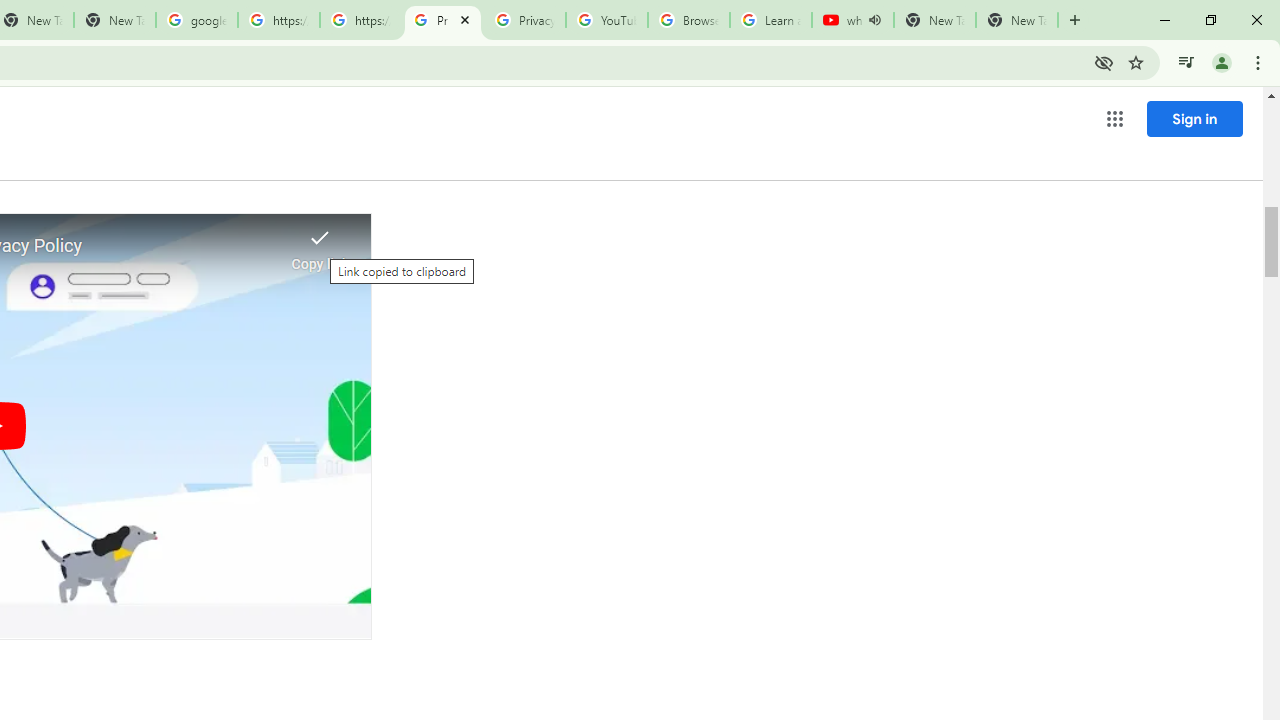 Image resolution: width=1280 pixels, height=720 pixels. Describe the element at coordinates (688, 20) in the screenshot. I see `'Browse Chrome as a guest - Computer - Google Chrome Help'` at that location.